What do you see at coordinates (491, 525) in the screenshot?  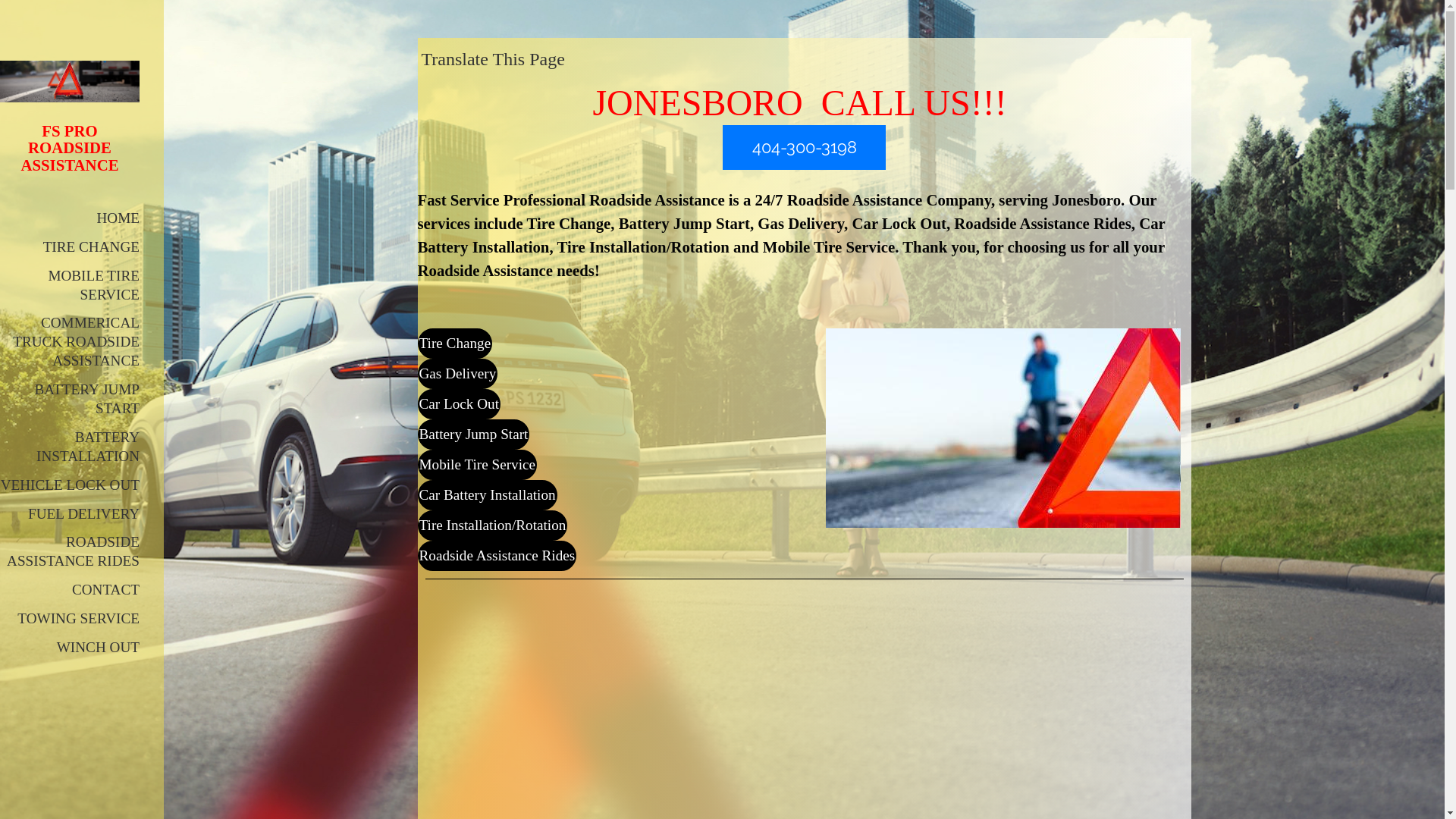 I see `'Tire Installation/Rotation'` at bounding box center [491, 525].